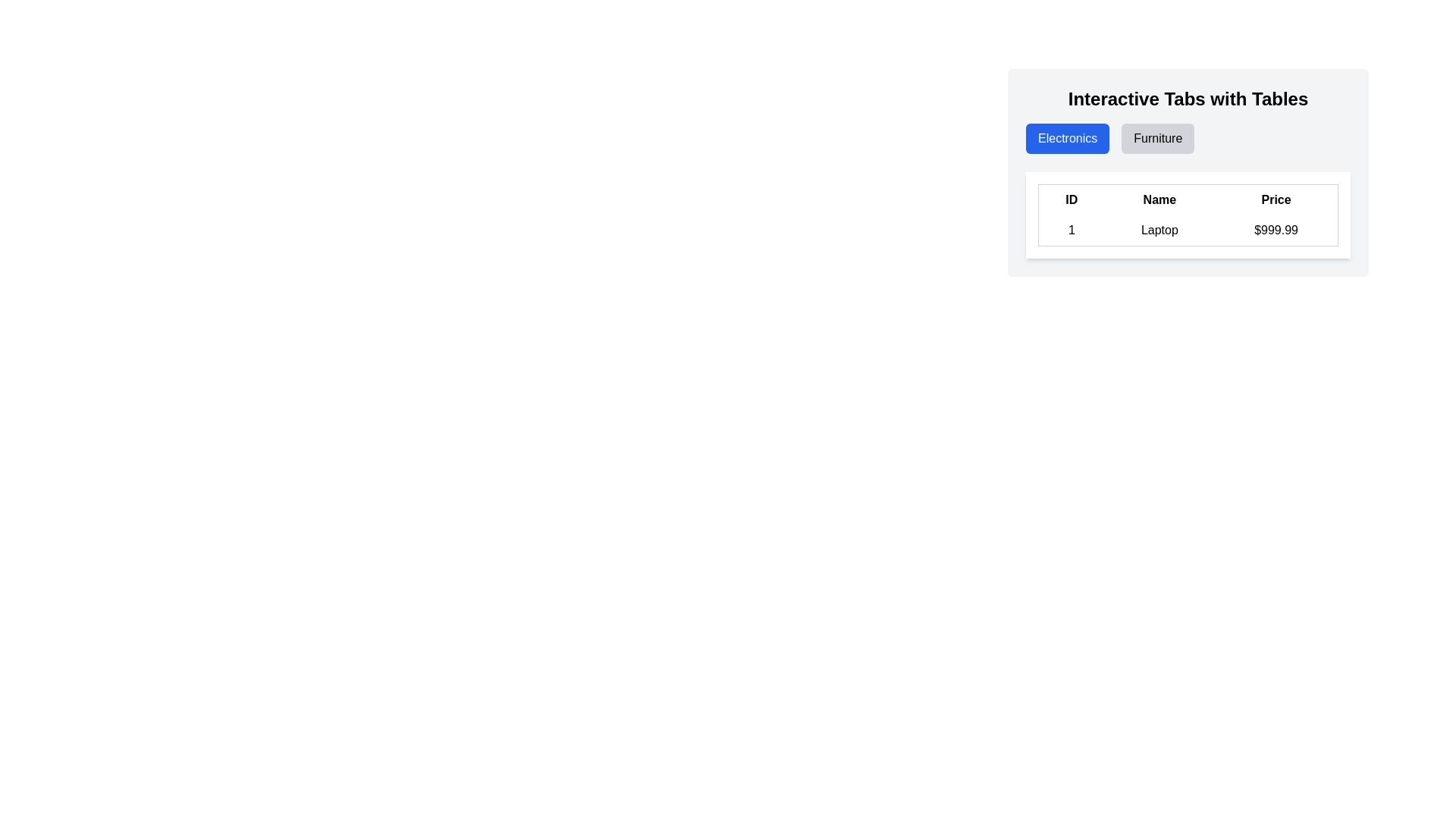 The width and height of the screenshot is (1456, 819). Describe the element at coordinates (1071, 231) in the screenshot. I see `the Text Label that serves as the unique identifier for the item in the first column of the table, located under the 'ID' header` at that location.